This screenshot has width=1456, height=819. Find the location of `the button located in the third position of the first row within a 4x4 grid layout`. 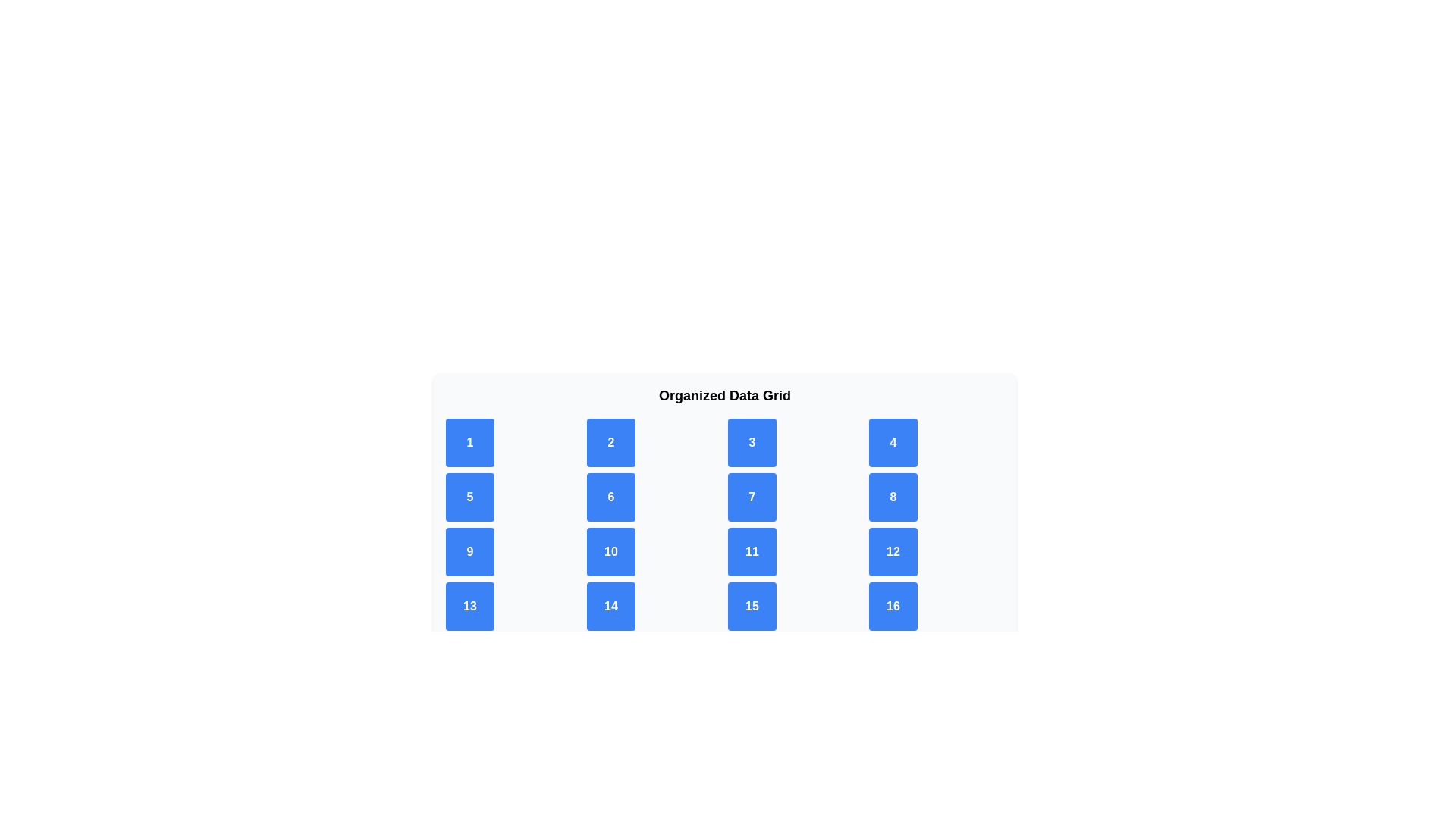

the button located in the third position of the first row within a 4x4 grid layout is located at coordinates (752, 442).